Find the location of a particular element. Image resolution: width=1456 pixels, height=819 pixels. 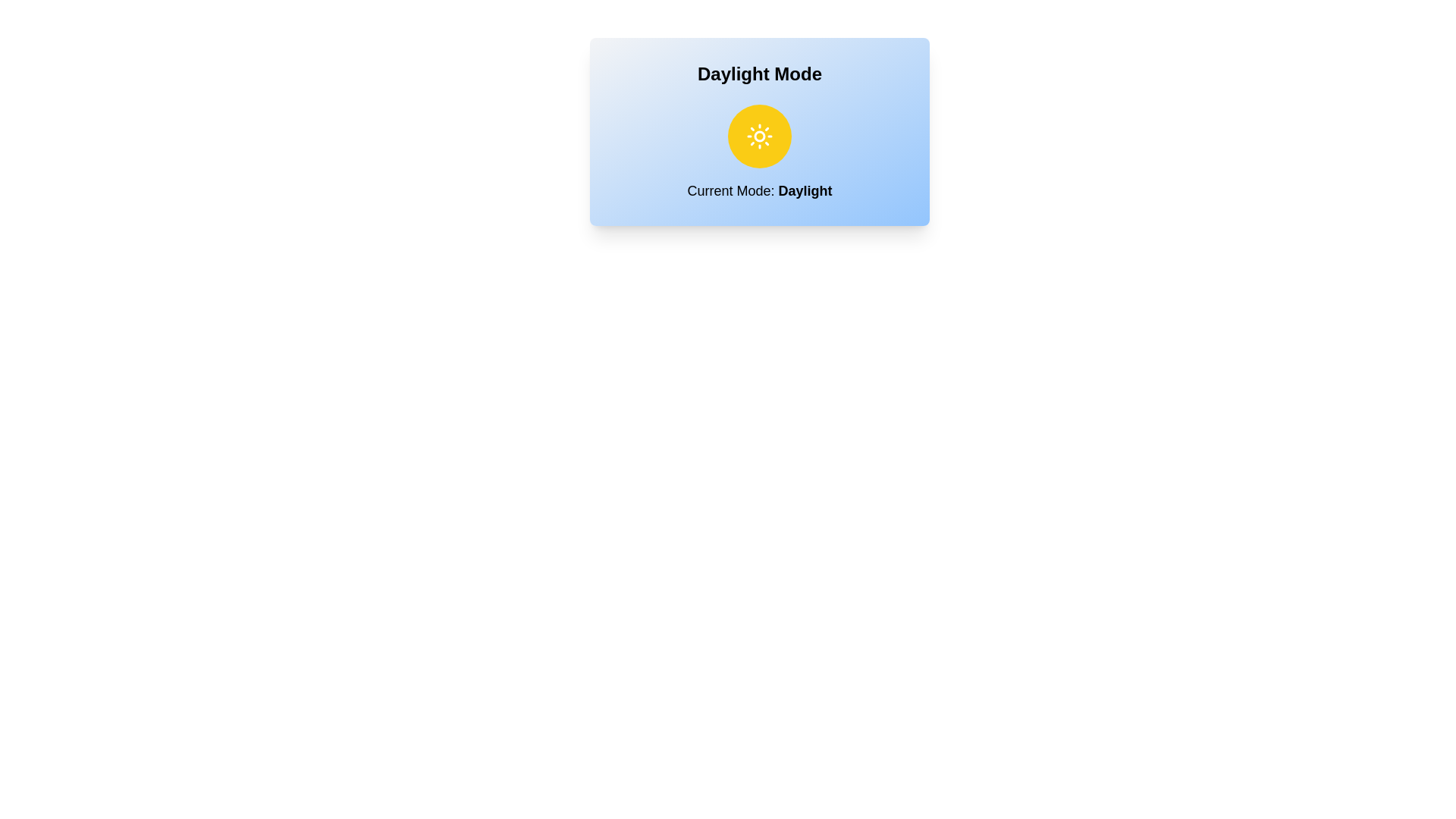

the ScenicToggleButton to observe the hover effect is located at coordinates (760, 136).